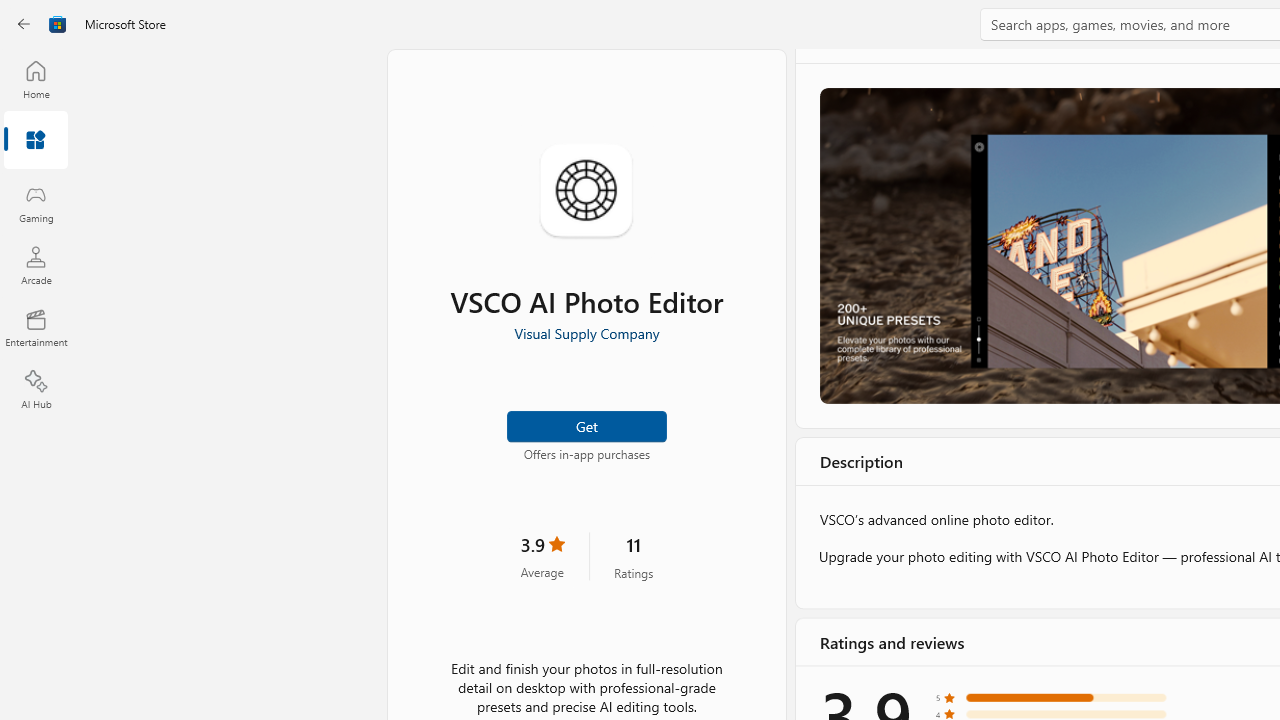  Describe the element at coordinates (35, 78) in the screenshot. I see `'Home'` at that location.